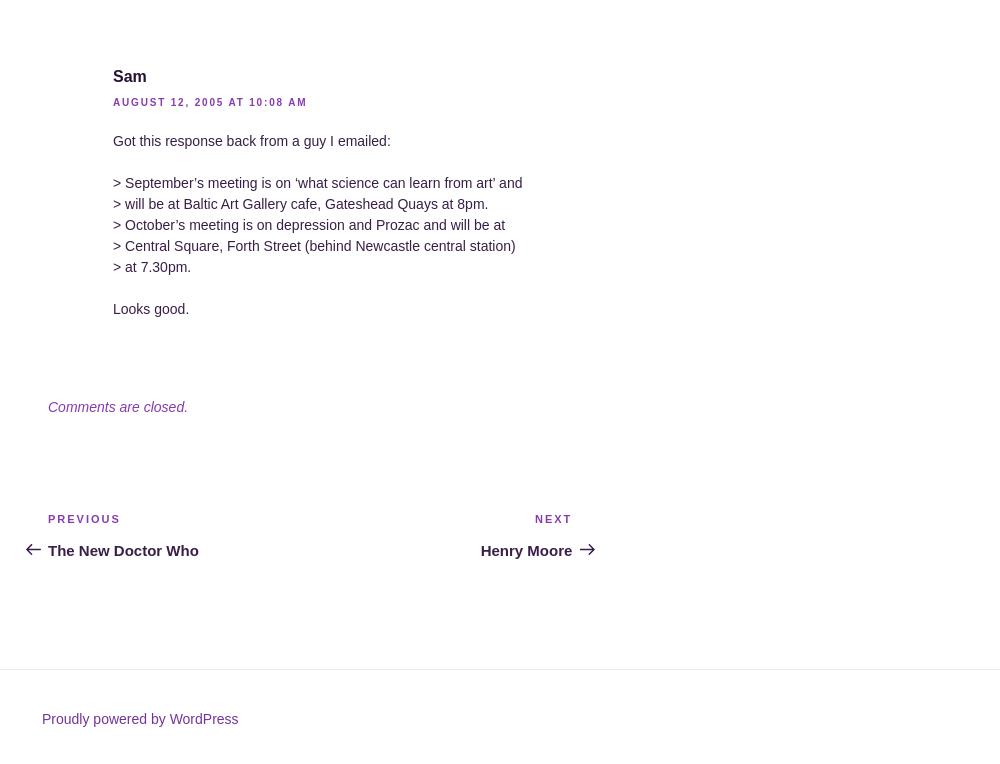 This screenshot has width=1000, height=764. What do you see at coordinates (553, 517) in the screenshot?
I see `'Next'` at bounding box center [553, 517].